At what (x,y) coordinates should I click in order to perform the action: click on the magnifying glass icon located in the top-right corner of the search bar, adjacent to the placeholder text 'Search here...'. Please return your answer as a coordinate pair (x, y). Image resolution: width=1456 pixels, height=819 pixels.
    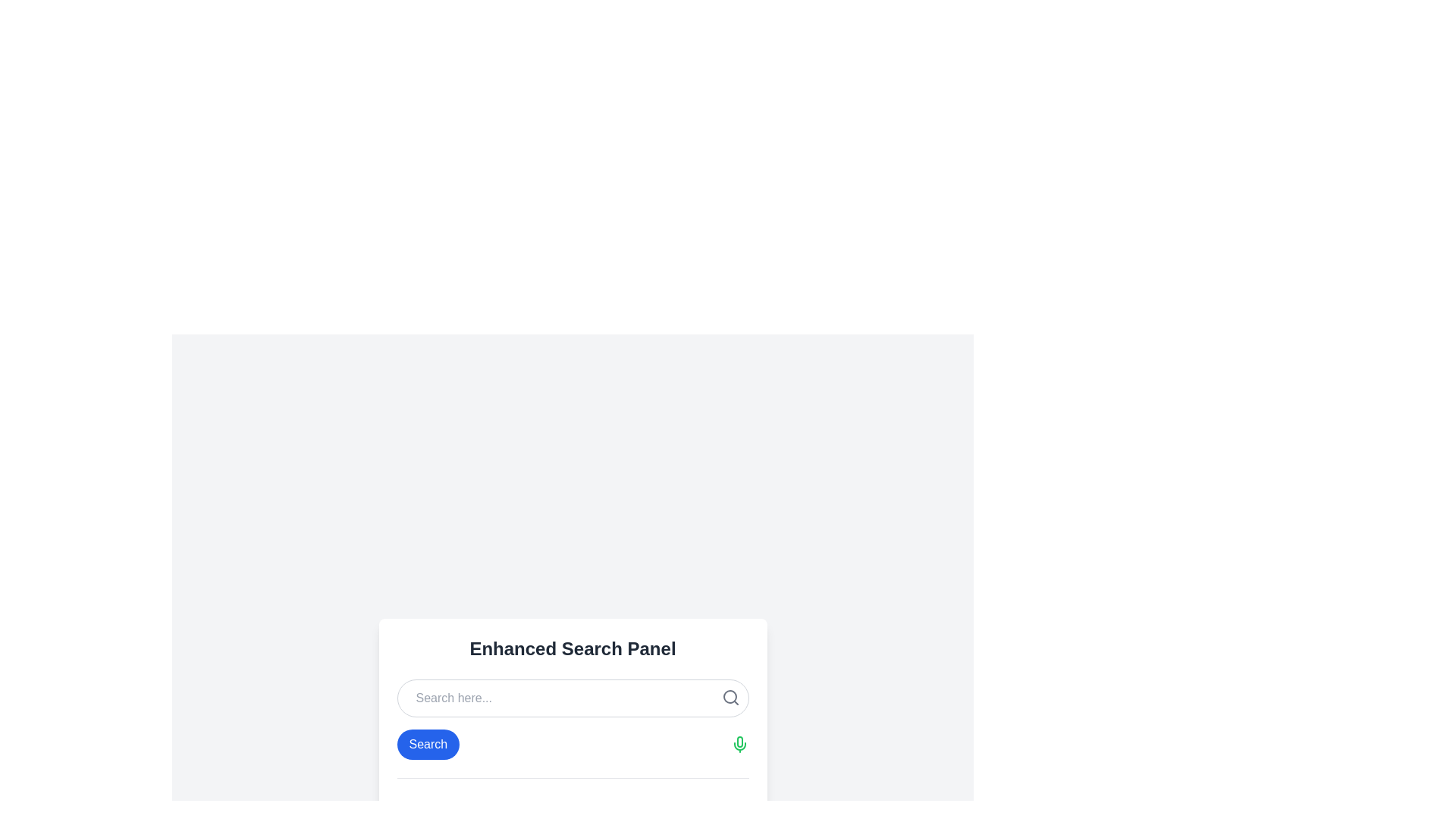
    Looking at the image, I should click on (730, 697).